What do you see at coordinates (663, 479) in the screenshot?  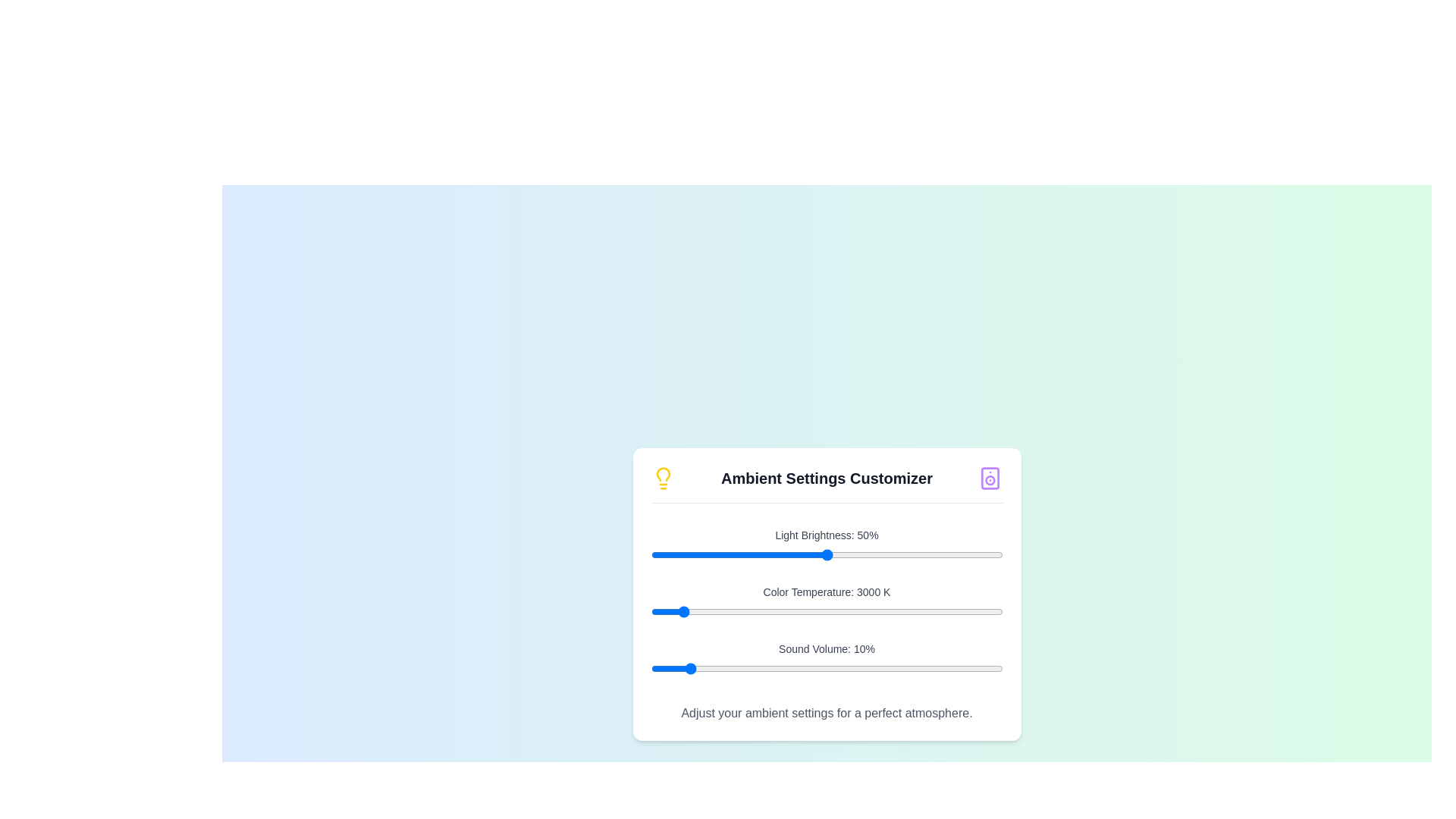 I see `the light bulb icon indicating the lighting or brightness-related feature in the 'Ambient Settings Customizer' section, located at the far left of the header row` at bounding box center [663, 479].